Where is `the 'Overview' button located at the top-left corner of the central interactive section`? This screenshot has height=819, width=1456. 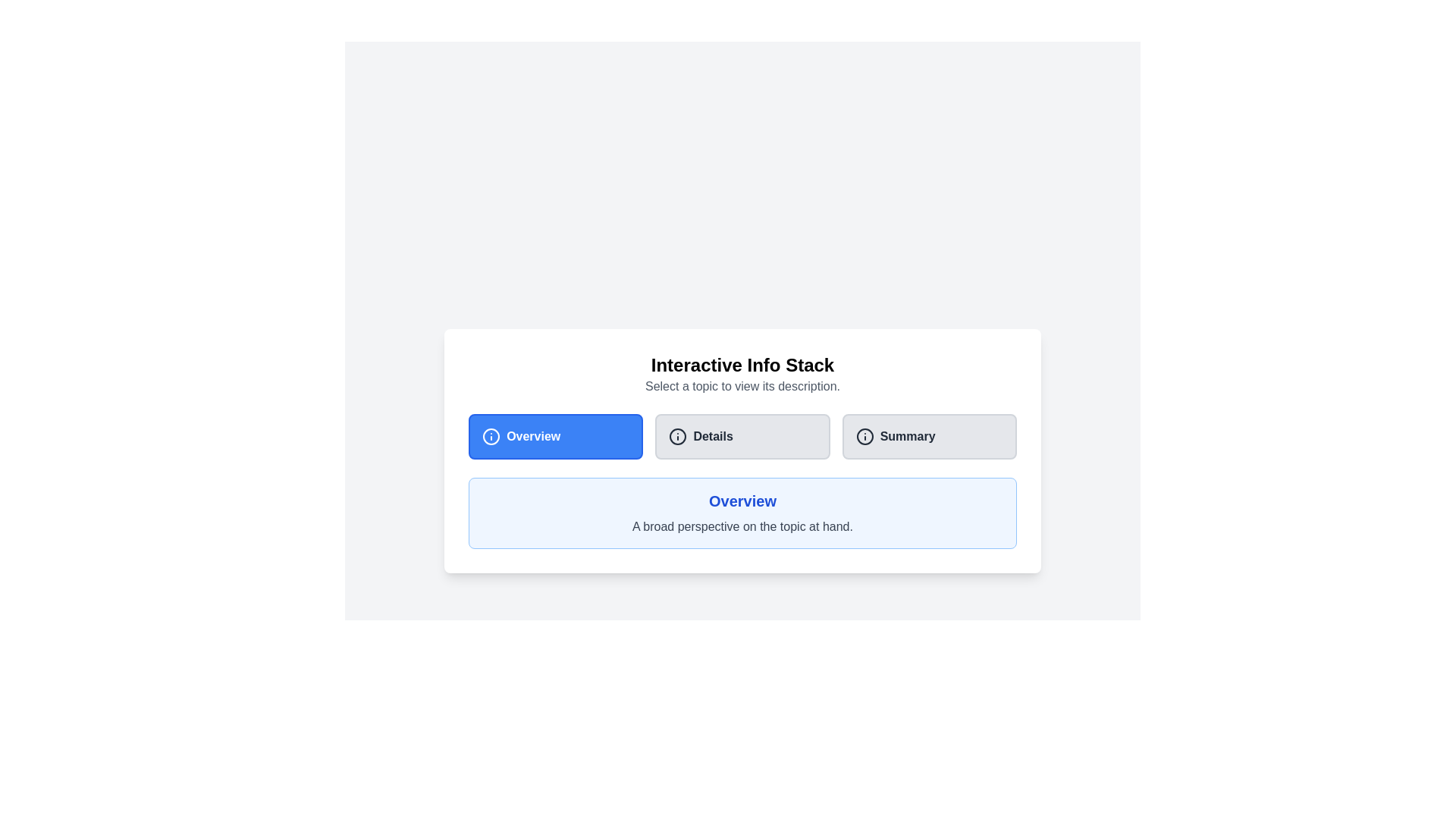 the 'Overview' button located at the top-left corner of the central interactive section is located at coordinates (555, 436).